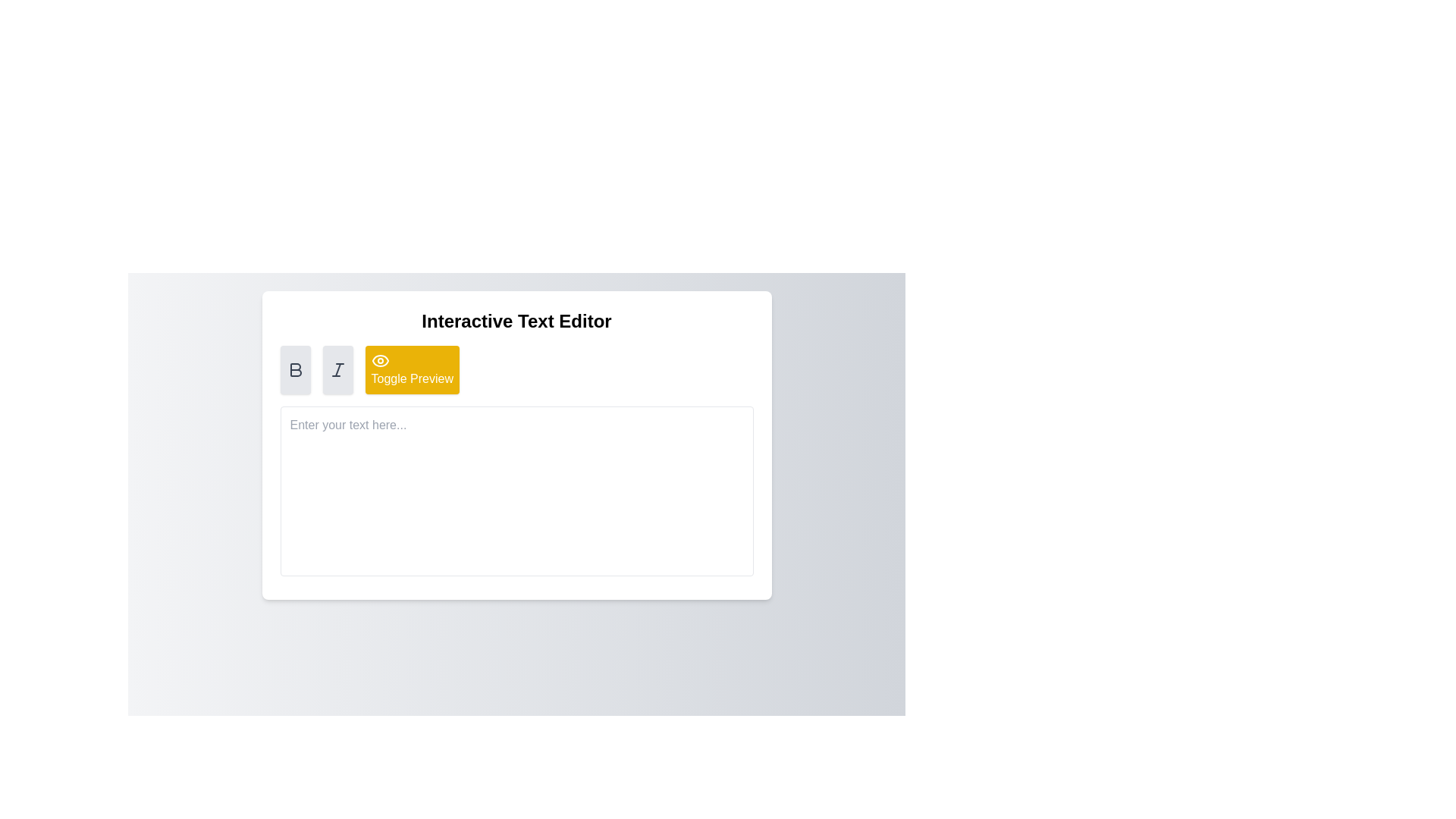 The width and height of the screenshot is (1456, 819). What do you see at coordinates (380, 360) in the screenshot?
I see `the decorative icon located within the yellow button labeled 'Toggle Preview' for context indication` at bounding box center [380, 360].